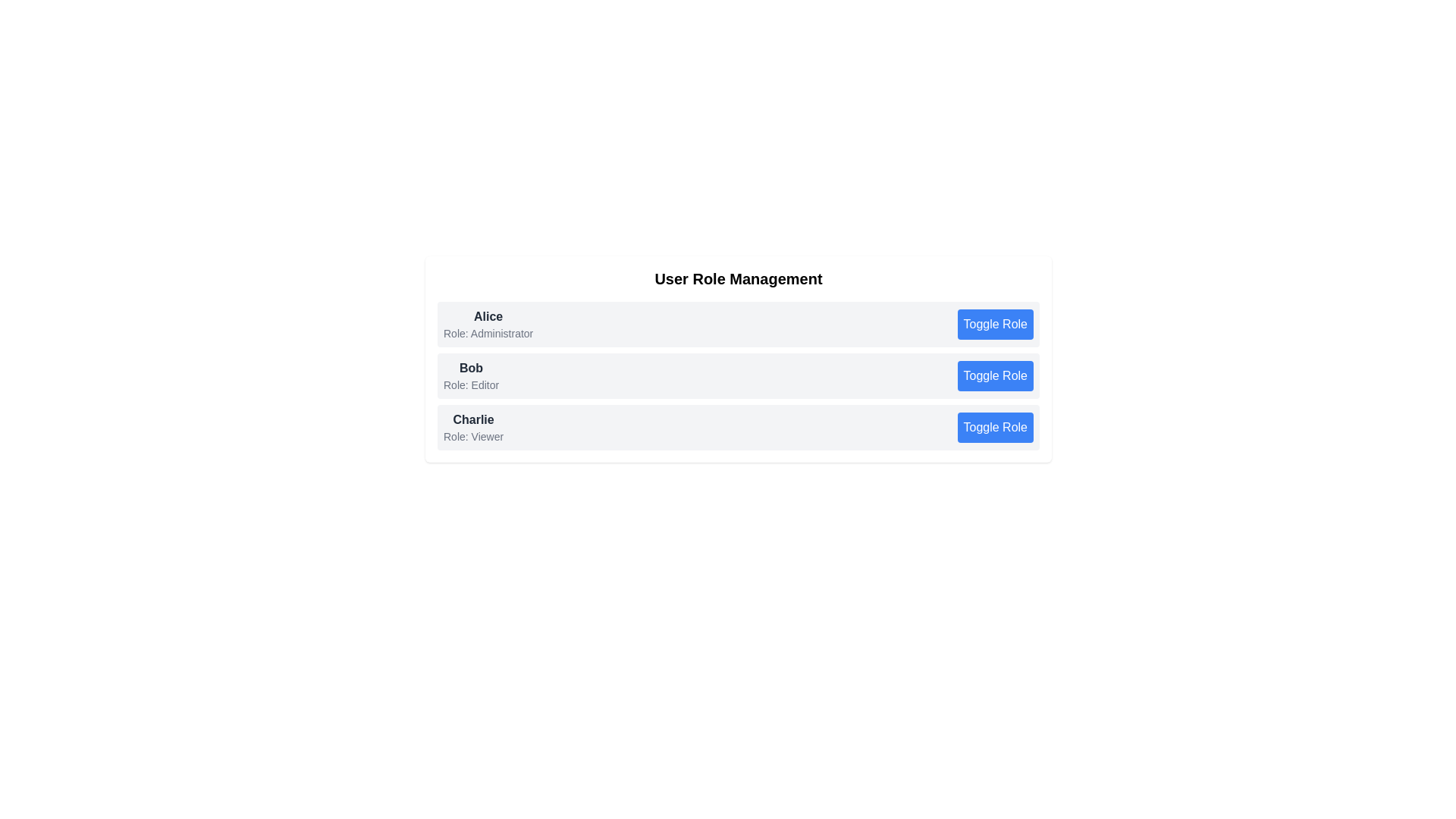 The width and height of the screenshot is (1456, 819). I want to click on user name 'Bob' and role information 'Role: Editor' from the second row of the user entries list, which features a blue button labeled 'Toggle Role' on the right, so click(739, 375).